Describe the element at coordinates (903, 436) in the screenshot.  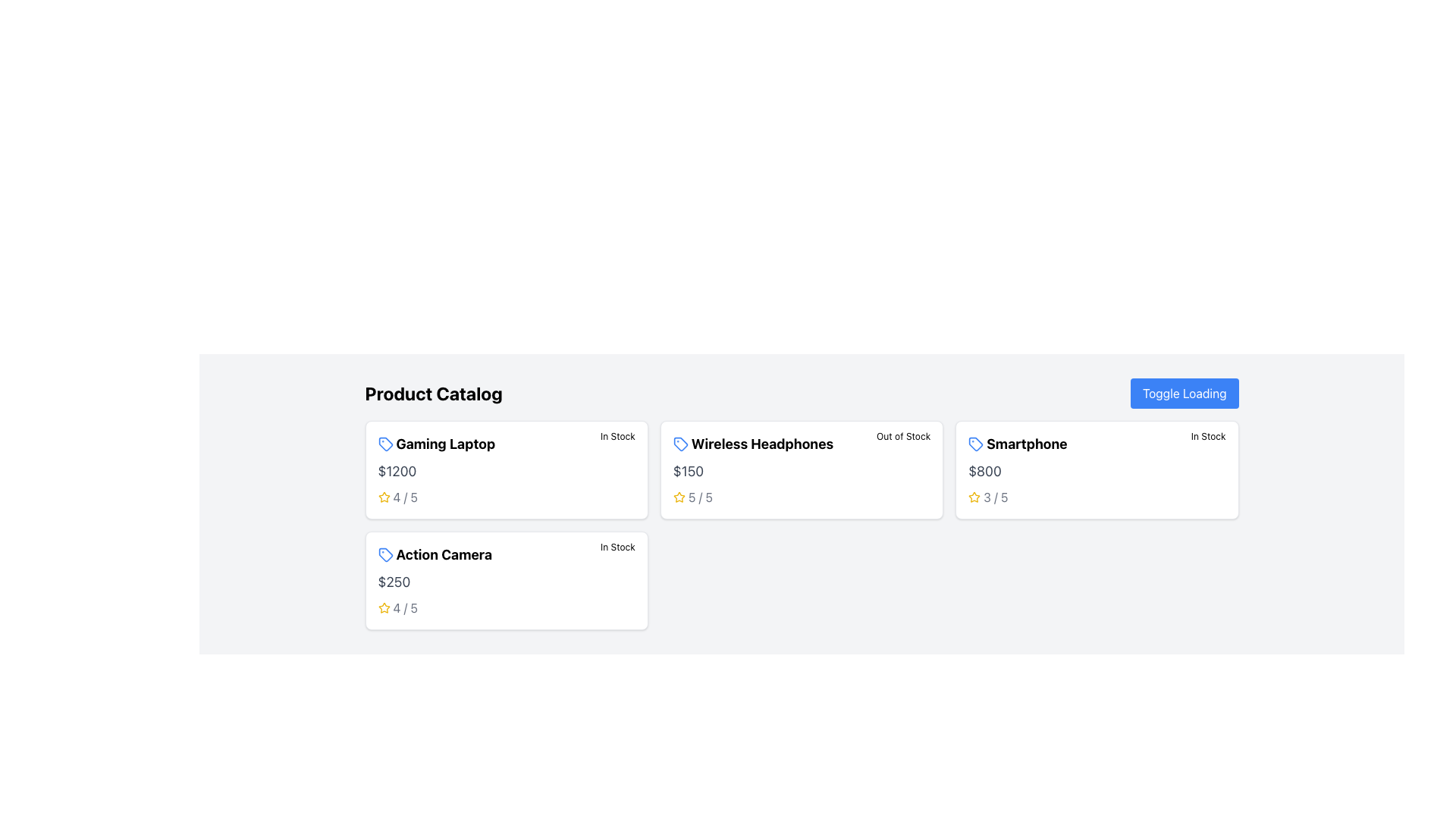
I see `the 'Out of Stock' badge, a small rectangular badge with rounded corners and a light red background, located at the top-right corner of the product card for 'Wireless Headphones'` at that location.